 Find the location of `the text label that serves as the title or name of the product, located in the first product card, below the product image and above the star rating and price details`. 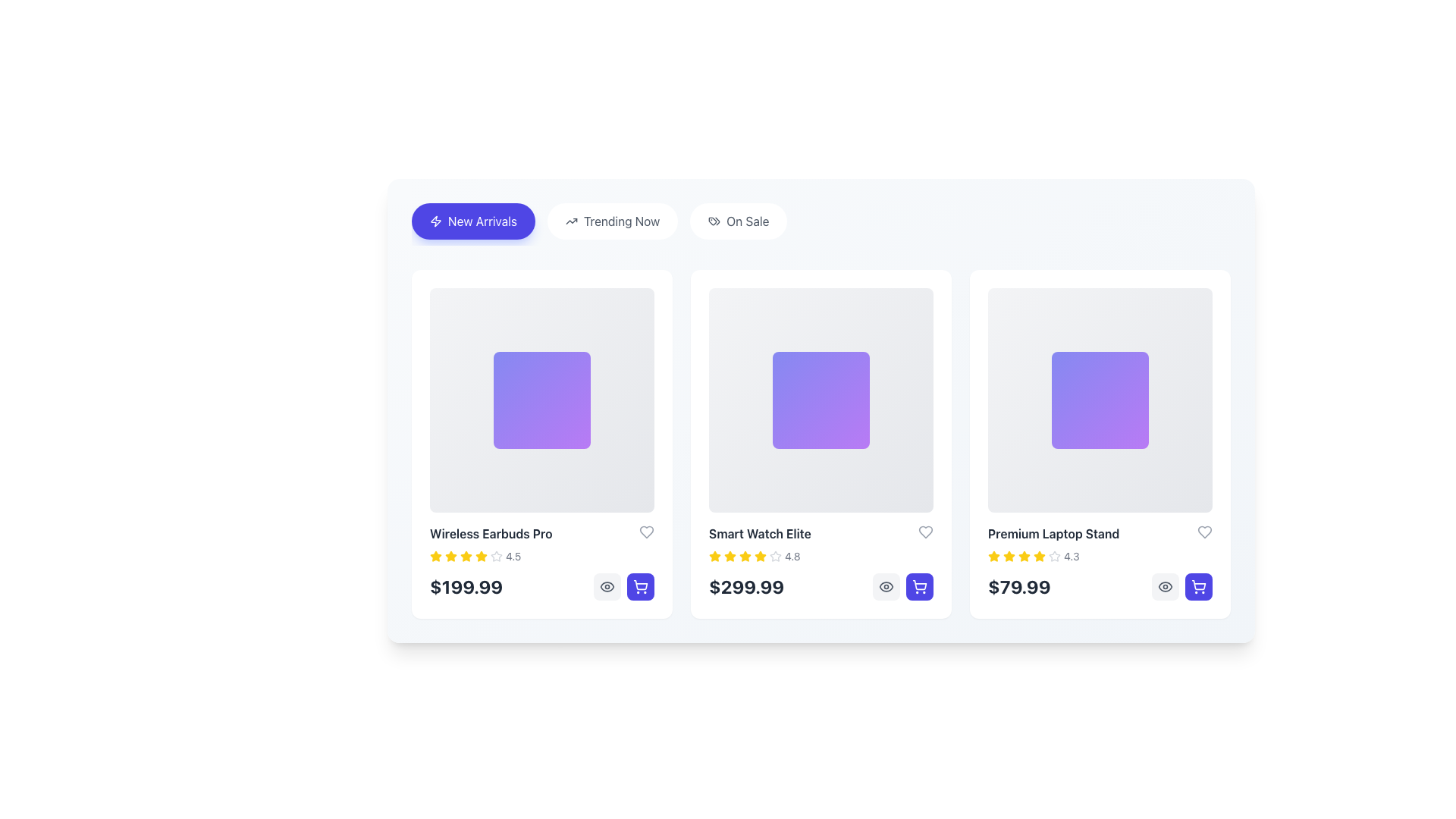

the text label that serves as the title or name of the product, located in the first product card, below the product image and above the star rating and price details is located at coordinates (491, 533).